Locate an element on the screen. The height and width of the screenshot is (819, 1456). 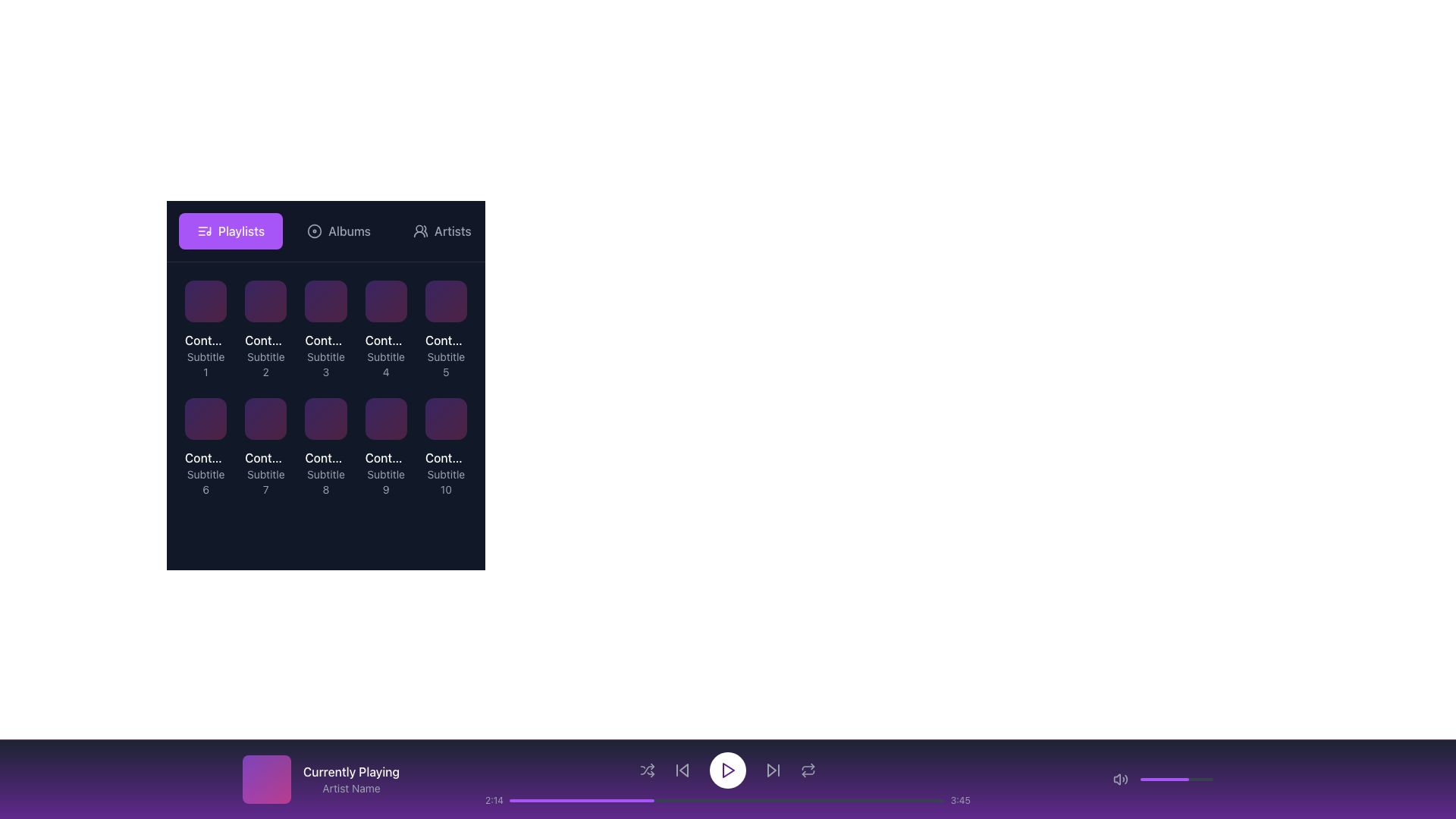
the circular icon with a looping arrow symbol is located at coordinates (807, 770).